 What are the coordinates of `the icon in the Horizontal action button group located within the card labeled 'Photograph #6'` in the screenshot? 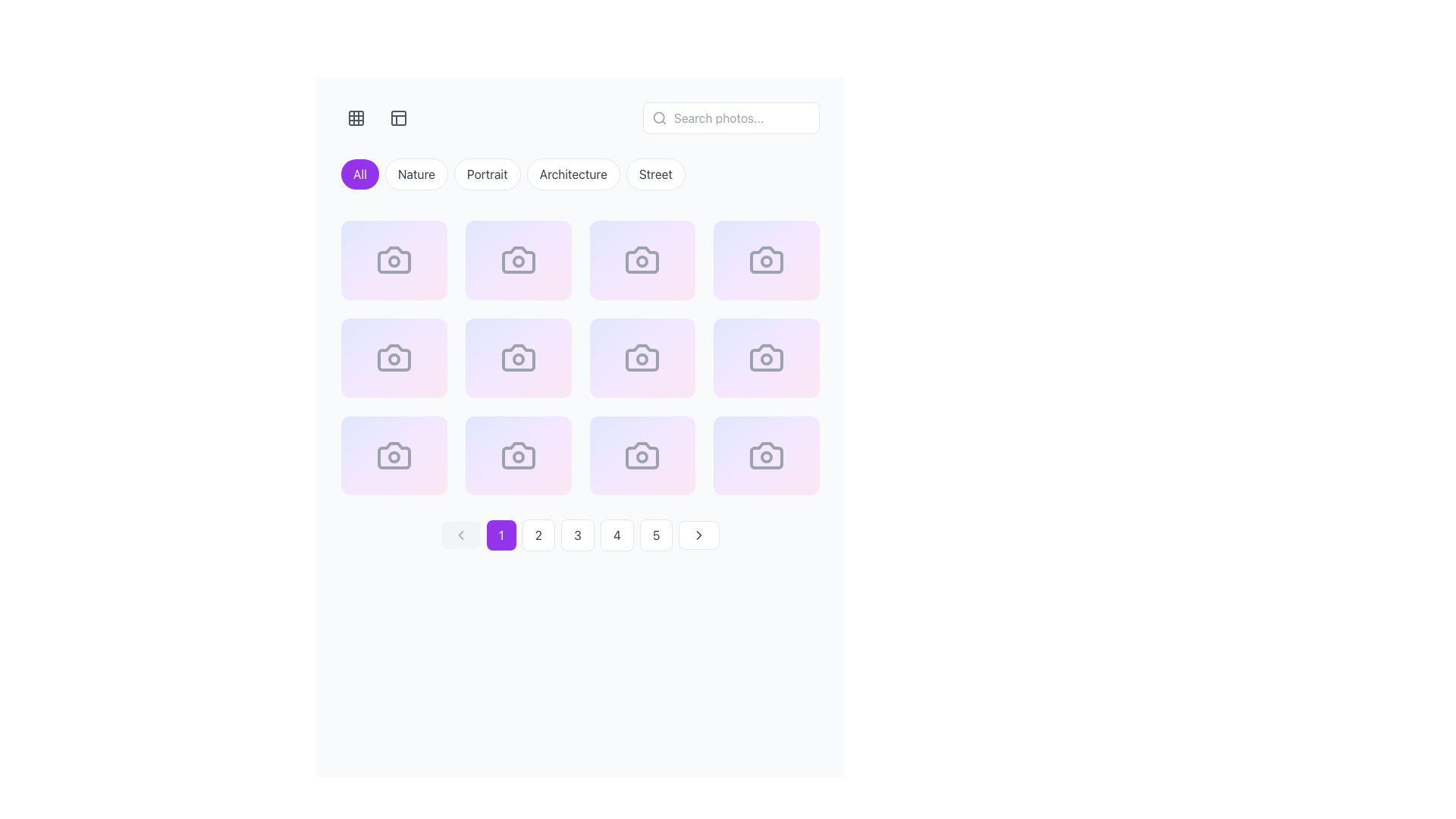 It's located at (518, 372).